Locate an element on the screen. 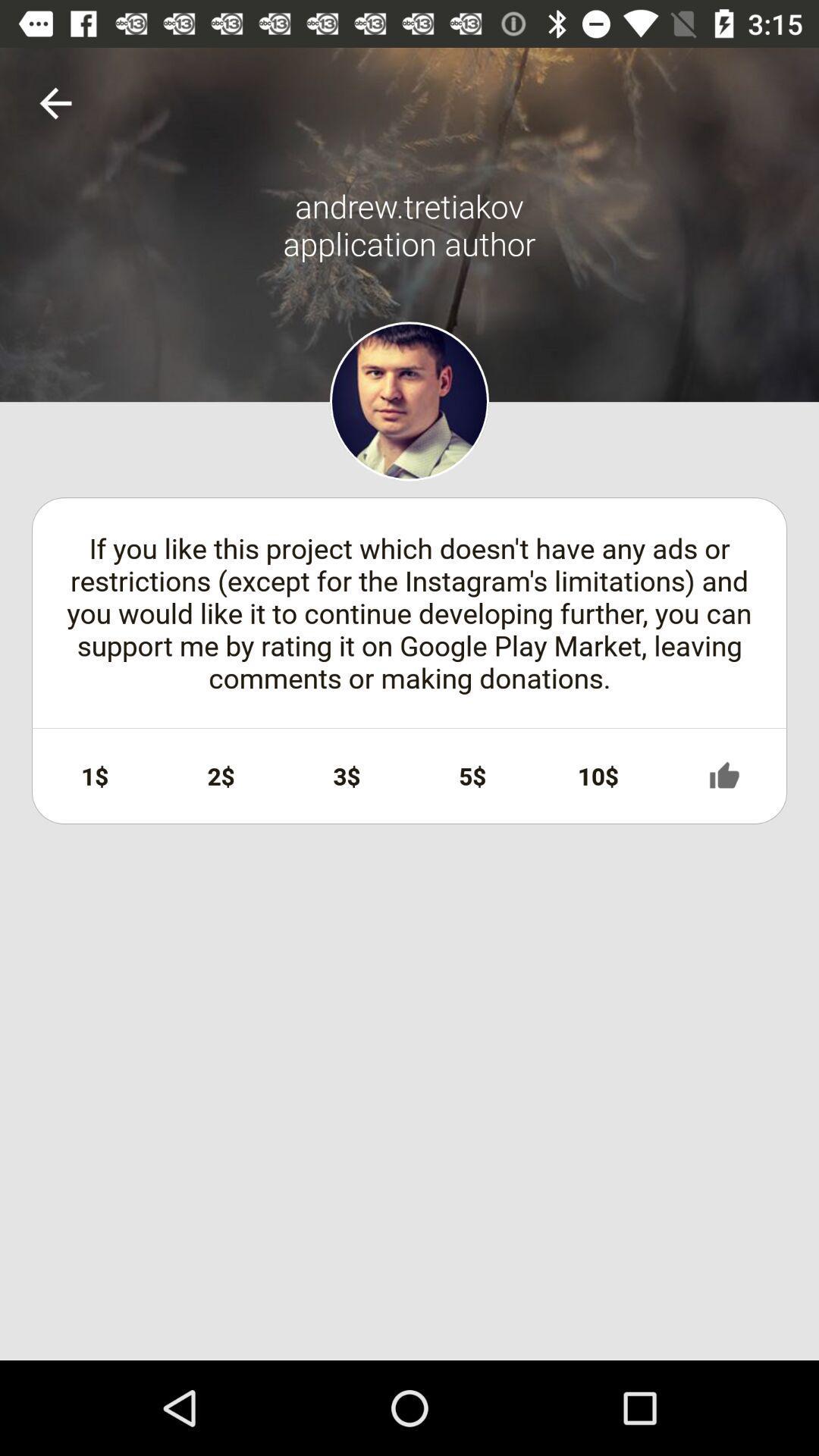  item above if you like is located at coordinates (55, 102).